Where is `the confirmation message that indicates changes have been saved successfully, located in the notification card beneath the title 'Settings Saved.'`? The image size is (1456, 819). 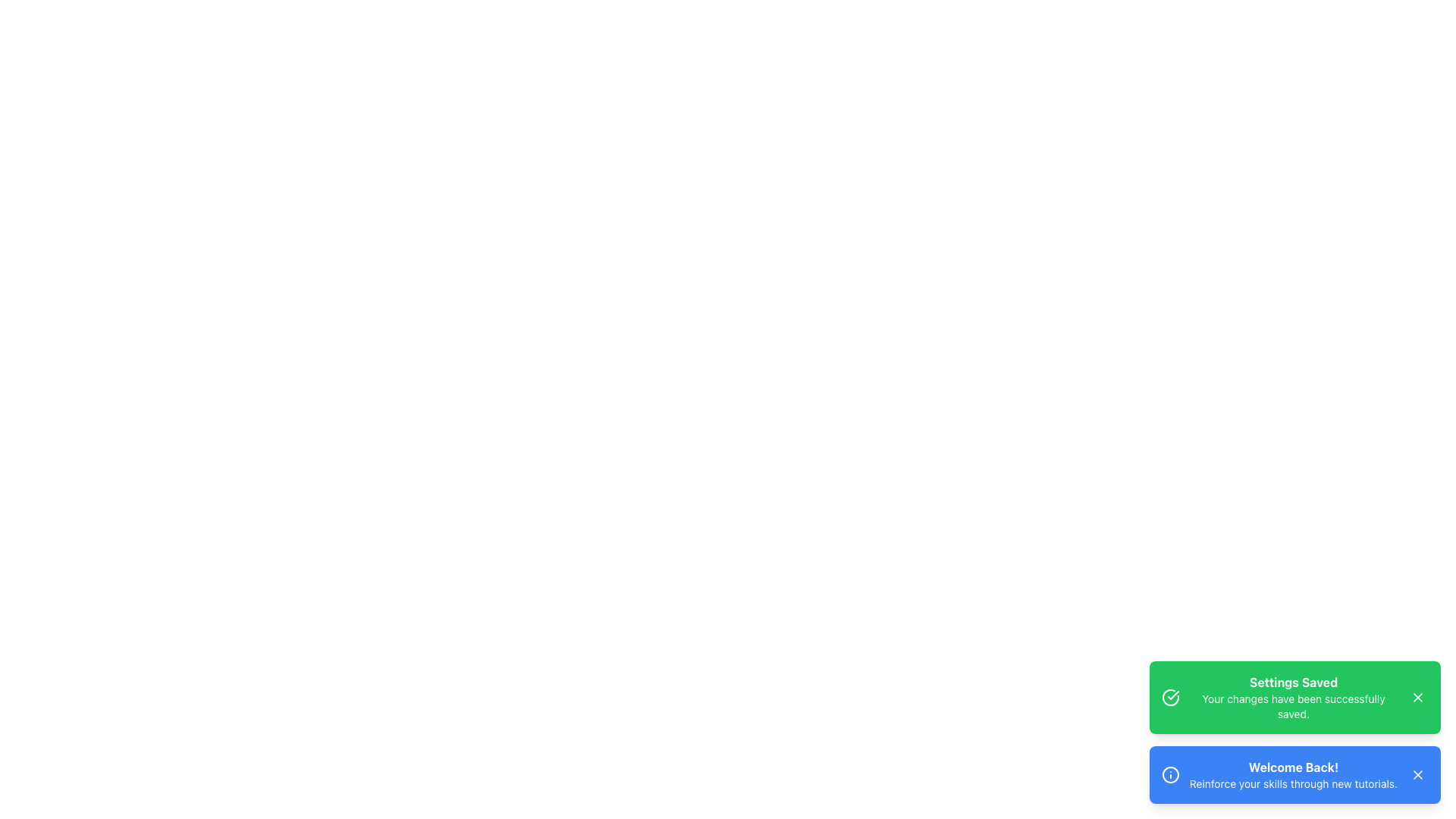
the confirmation message that indicates changes have been saved successfully, located in the notification card beneath the title 'Settings Saved.' is located at coordinates (1292, 707).